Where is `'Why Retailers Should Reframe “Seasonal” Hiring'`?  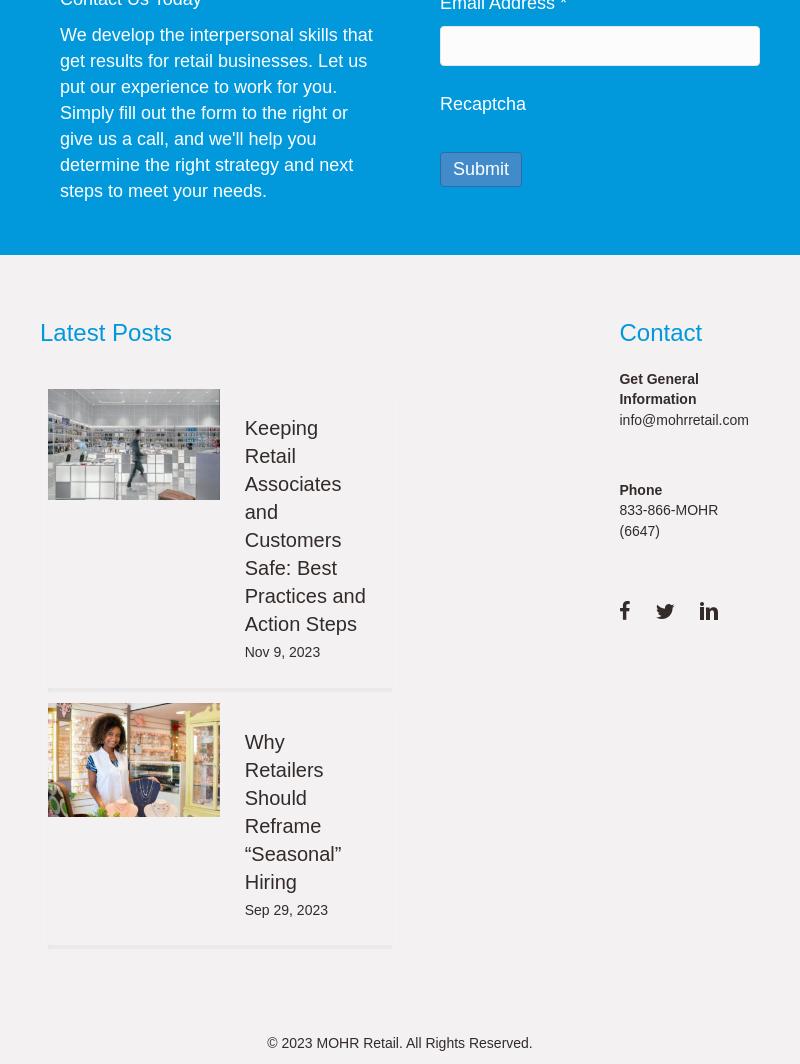 'Why Retailers Should Reframe “Seasonal” Hiring' is located at coordinates (292, 810).